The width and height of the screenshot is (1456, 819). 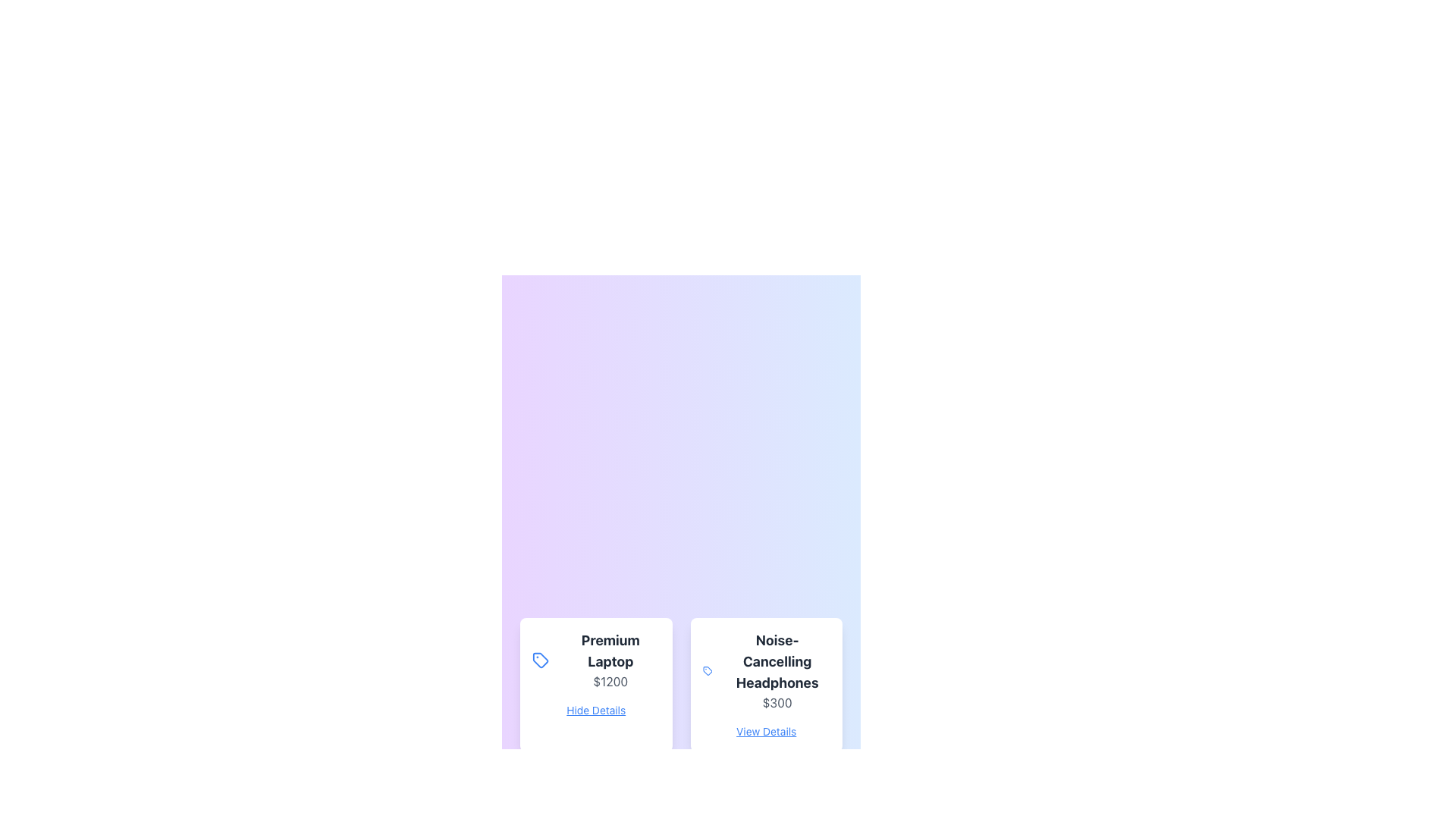 I want to click on the hyperlink styled interactive text located at the bottom of the product details card for 'Premium Laptop' to hide the additional product details, so click(x=595, y=710).